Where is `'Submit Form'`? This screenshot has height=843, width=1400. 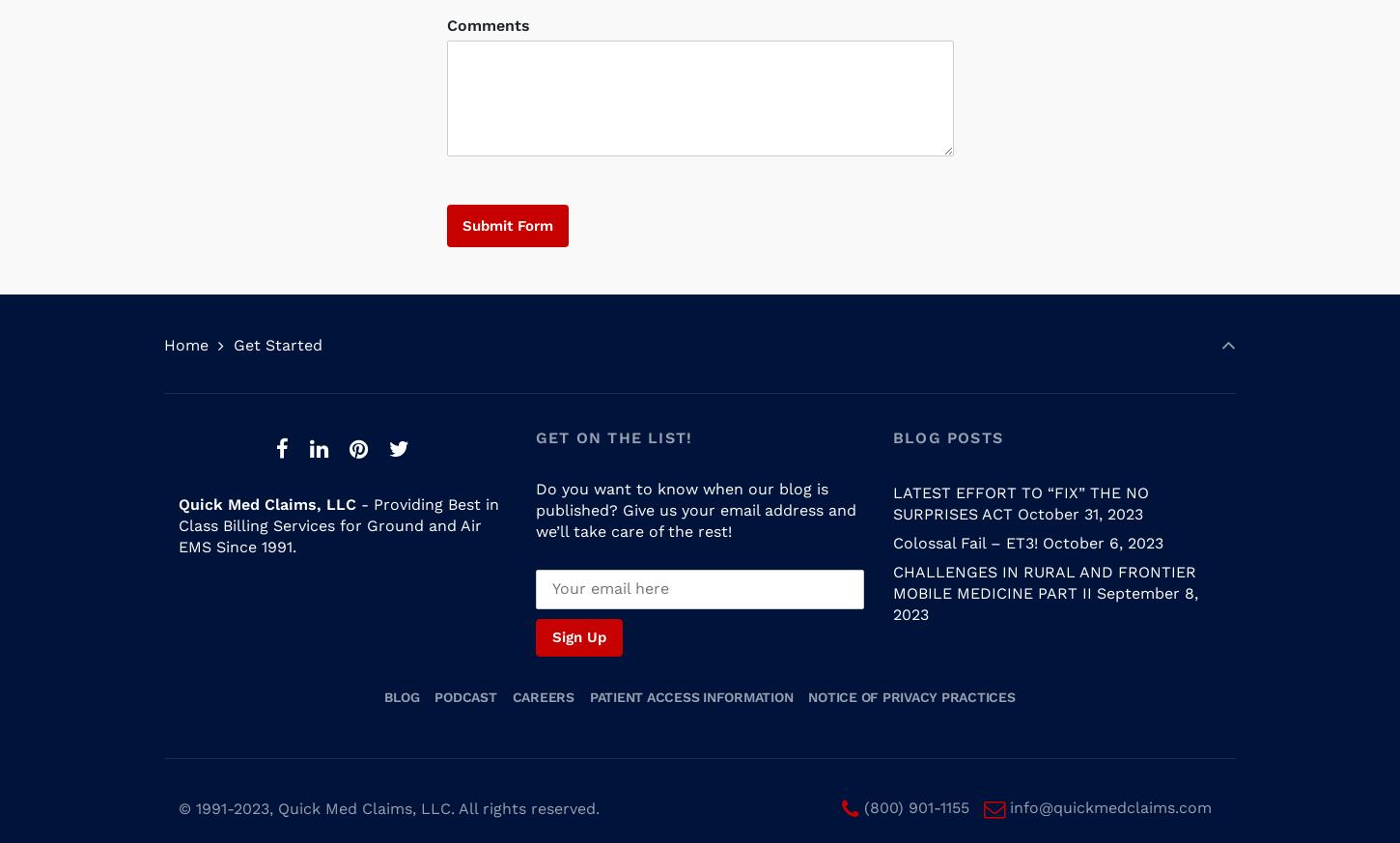 'Submit Form' is located at coordinates (461, 207).